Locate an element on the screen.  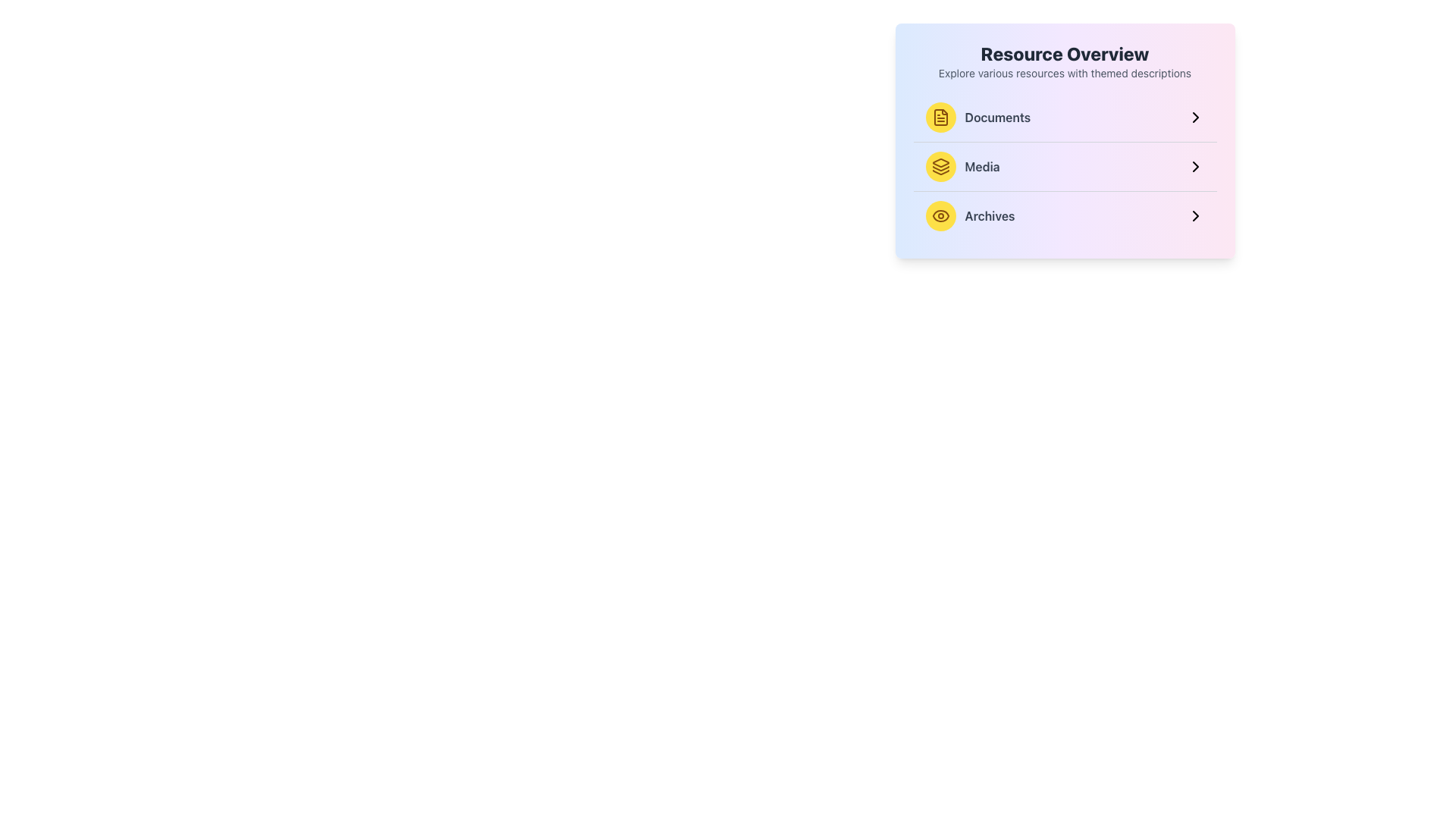
the document icon, which is a rectangular outline with a folded corner in the top-left portion, located in the top-left corner of the interactive card, next to the 'Documents' label is located at coordinates (940, 116).